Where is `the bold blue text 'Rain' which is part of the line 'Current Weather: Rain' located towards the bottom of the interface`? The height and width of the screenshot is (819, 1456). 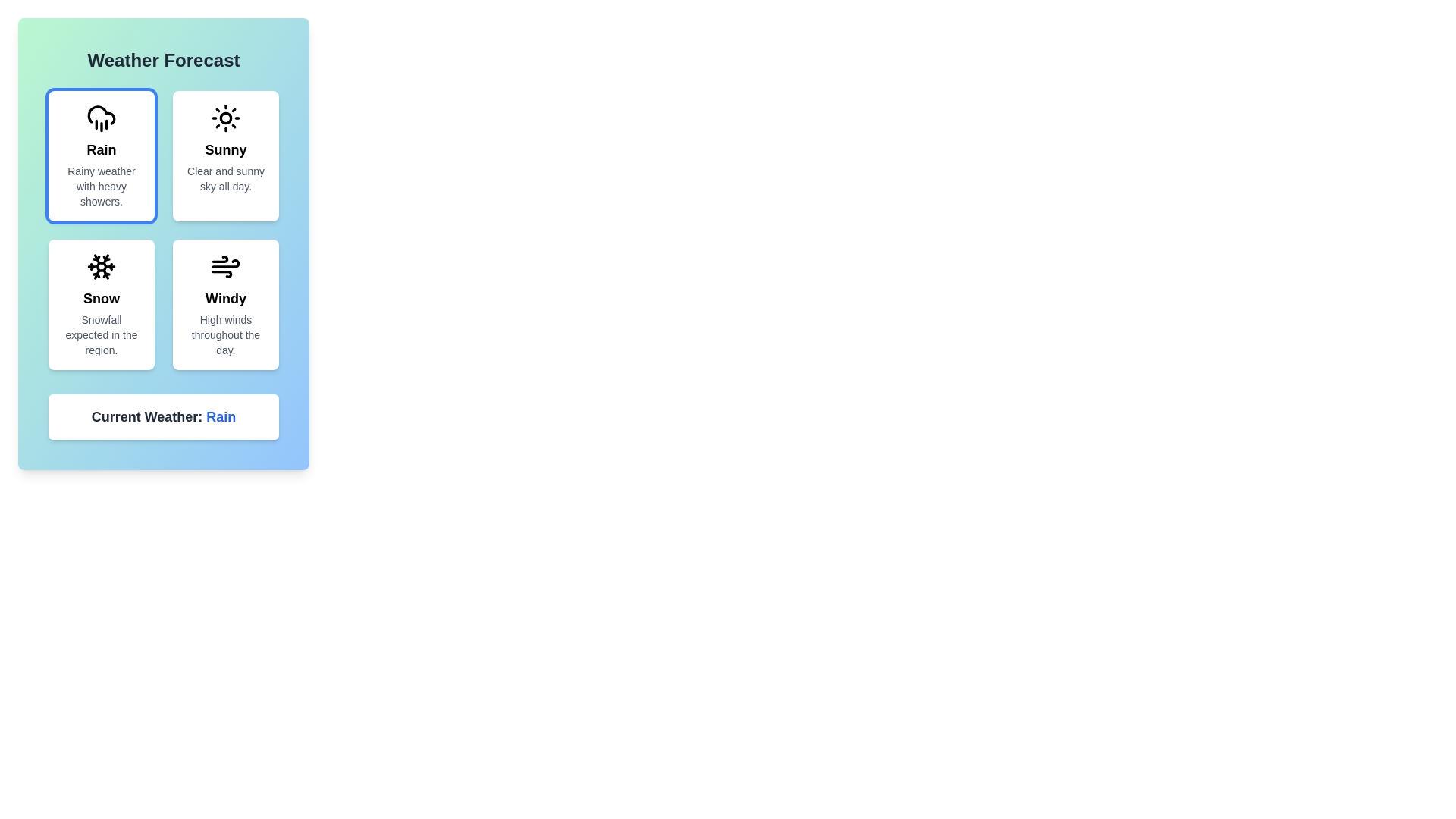
the bold blue text 'Rain' which is part of the line 'Current Weather: Rain' located towards the bottom of the interface is located at coordinates (220, 417).